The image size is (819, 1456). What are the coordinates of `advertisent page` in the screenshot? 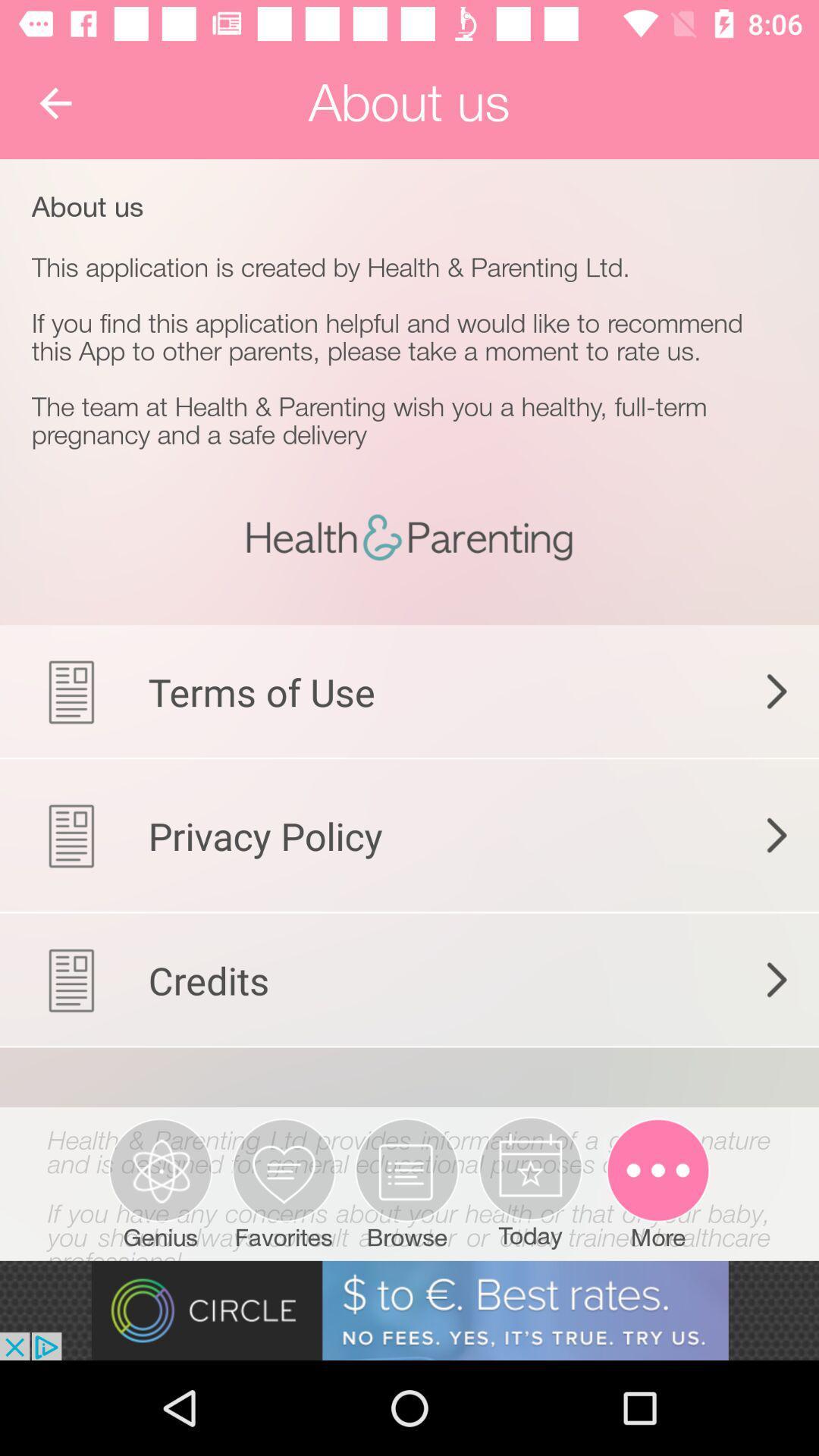 It's located at (409, 1310).